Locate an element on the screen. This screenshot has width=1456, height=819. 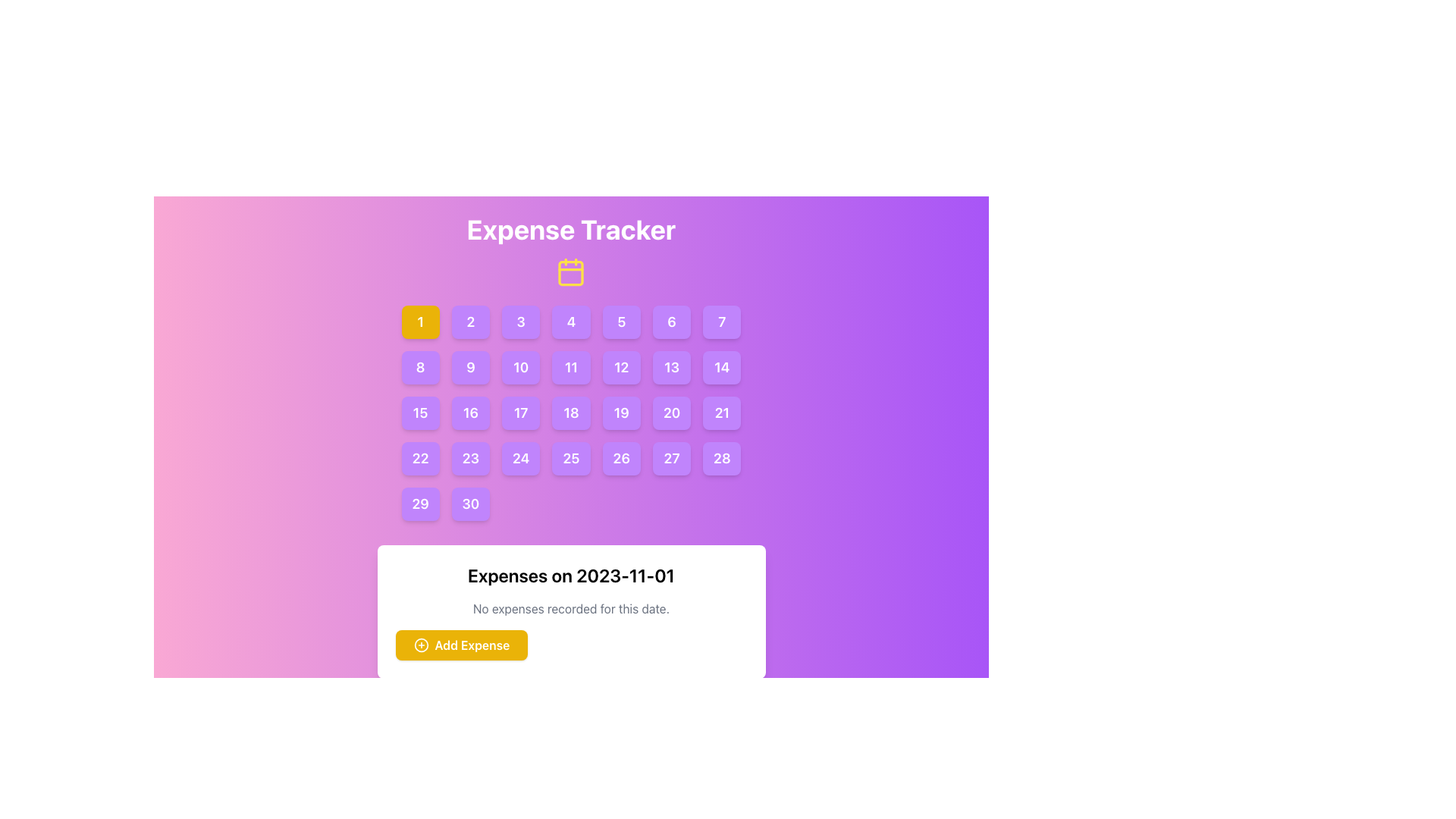
the circular part of the 'Add Expense' button's SVG icon, which is located below the main calendar component is located at coordinates (421, 645).